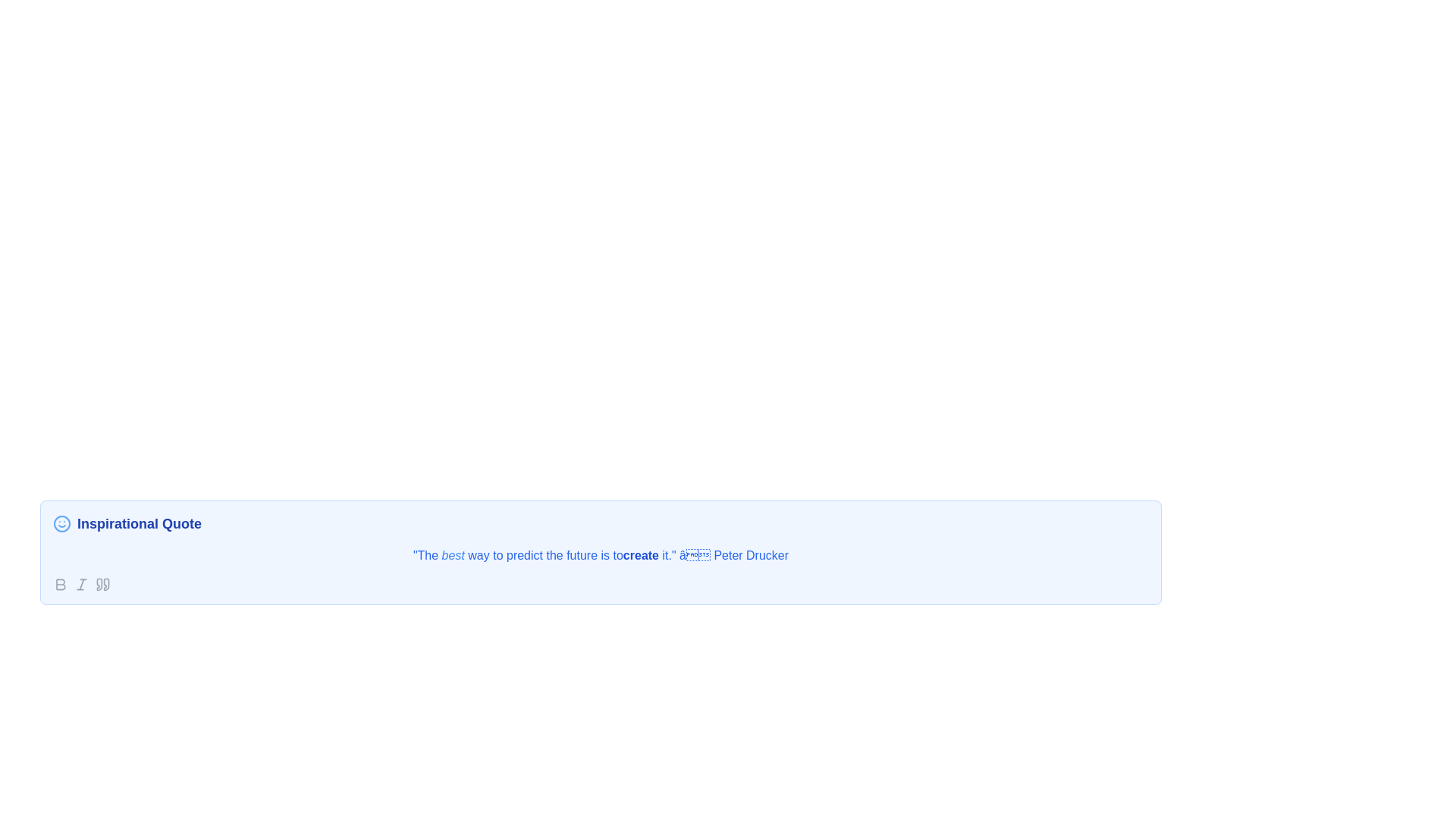 Image resolution: width=1456 pixels, height=819 pixels. I want to click on the bold blue text label displaying 'Inspirational Quote', which is the rightmost element in a horizontally-aligned group next to a smiling face icon, so click(139, 522).